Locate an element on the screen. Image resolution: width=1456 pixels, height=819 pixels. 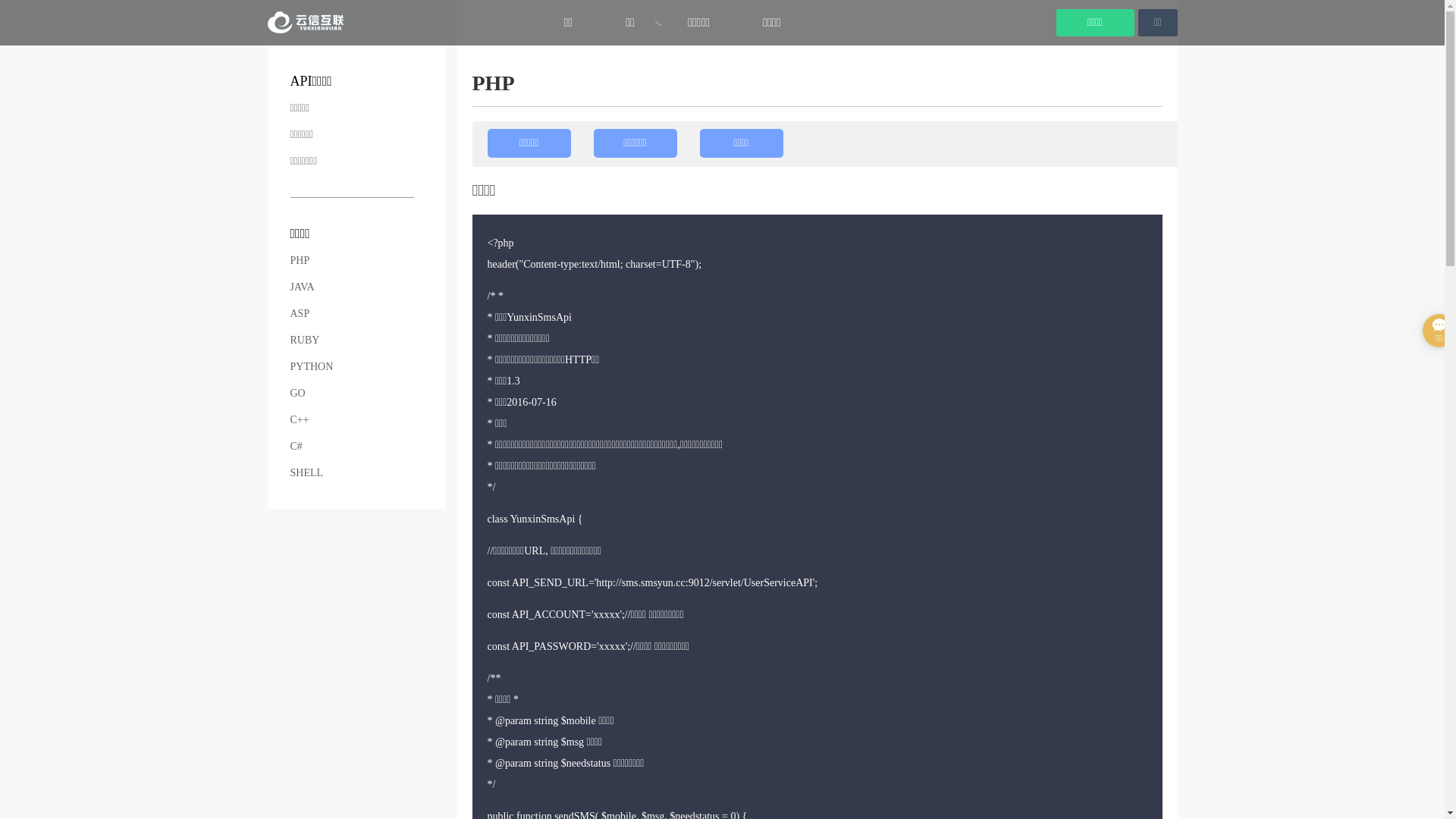
'RUBY' is located at coordinates (303, 339).